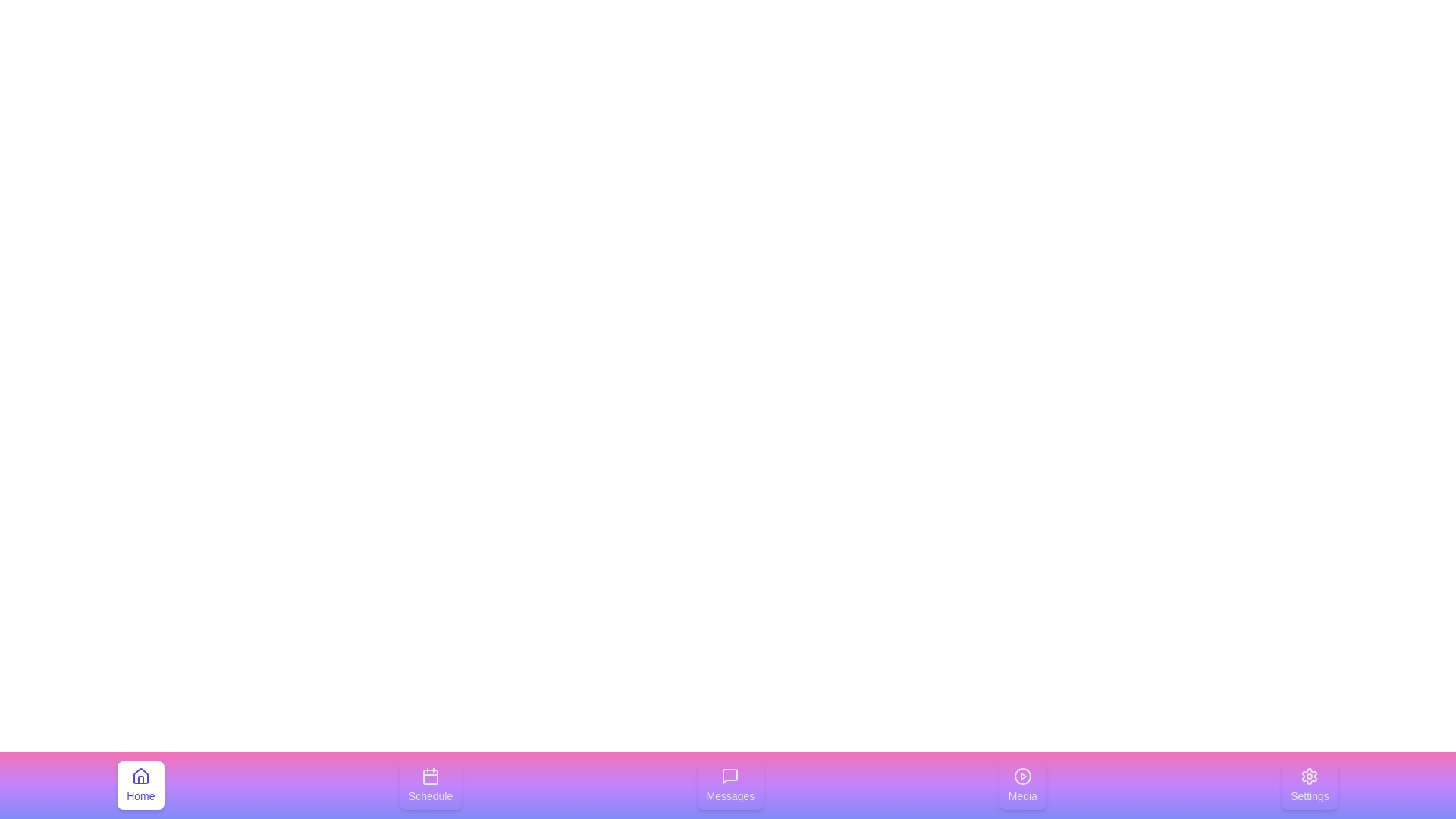 The width and height of the screenshot is (1456, 819). Describe the element at coordinates (1022, 785) in the screenshot. I see `the tab labeled Media in the bottom navigation bar` at that location.